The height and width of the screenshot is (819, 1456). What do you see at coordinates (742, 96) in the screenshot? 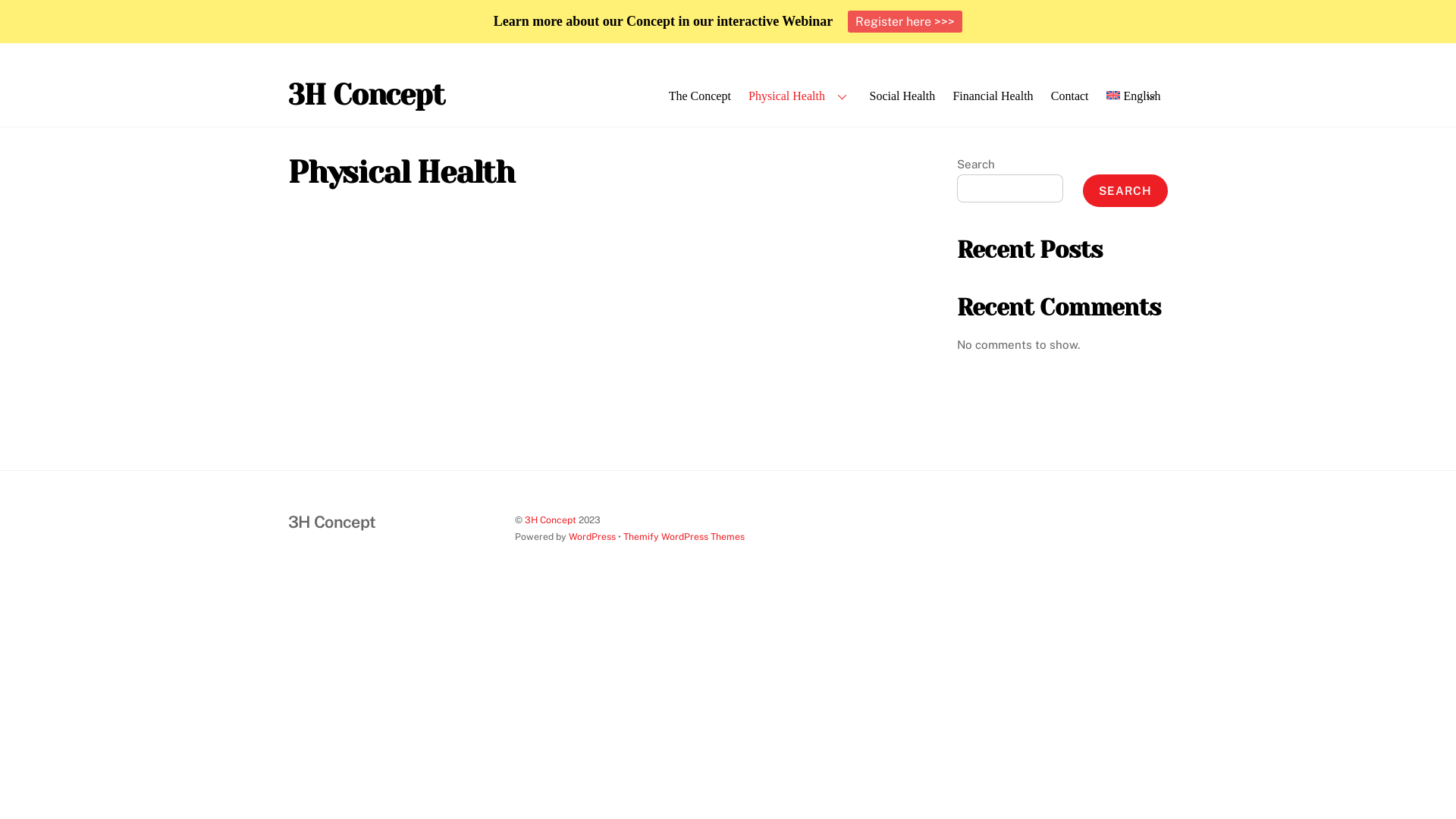
I see `'Physical Health'` at bounding box center [742, 96].